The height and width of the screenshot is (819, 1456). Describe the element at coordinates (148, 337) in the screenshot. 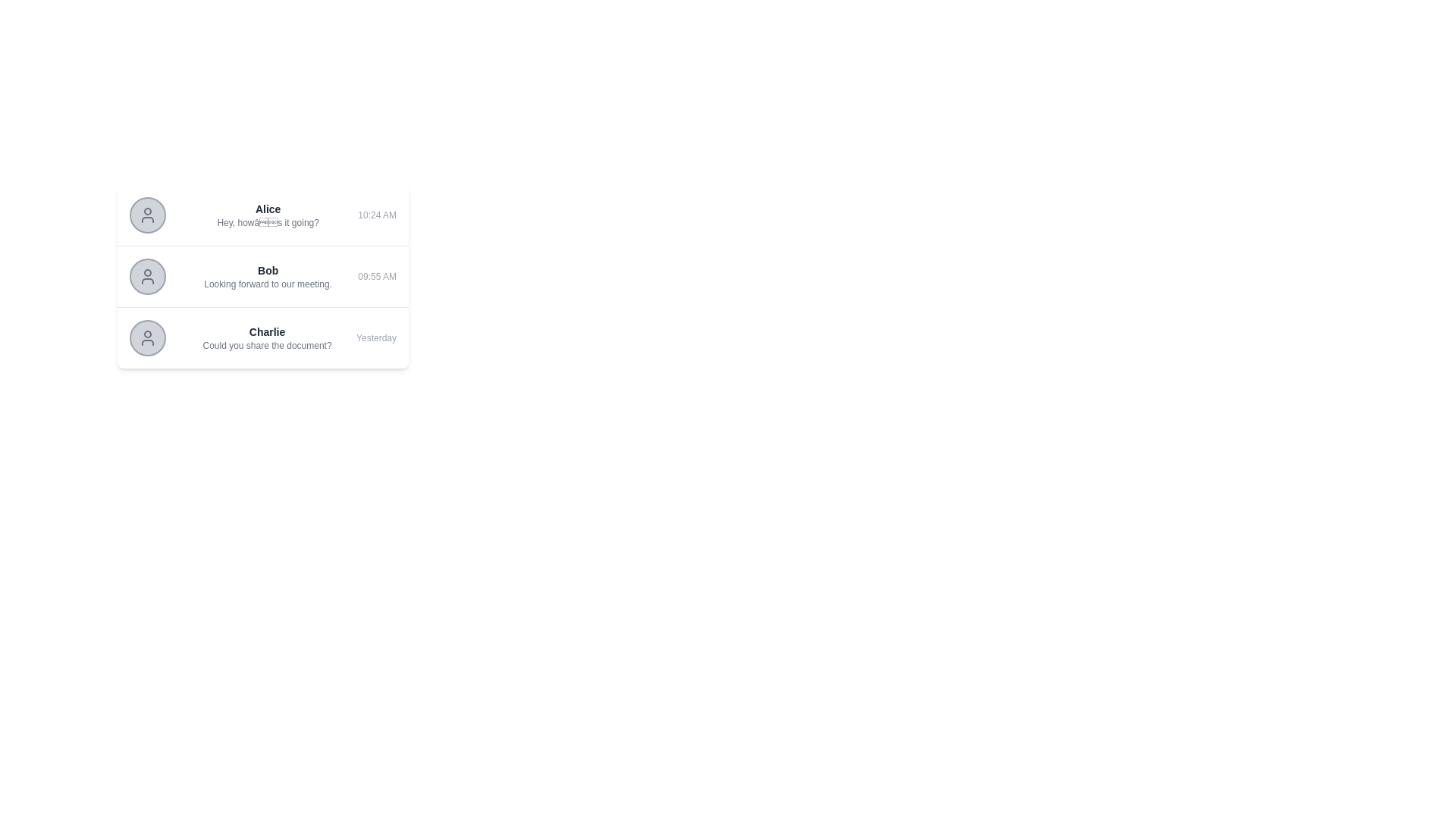

I see `the User Avatar Icon, which is a circular icon with a gray background and a user profile silhouette, located at the leftmost part of a conversation snippet attributed to the user 'Charlie'` at that location.